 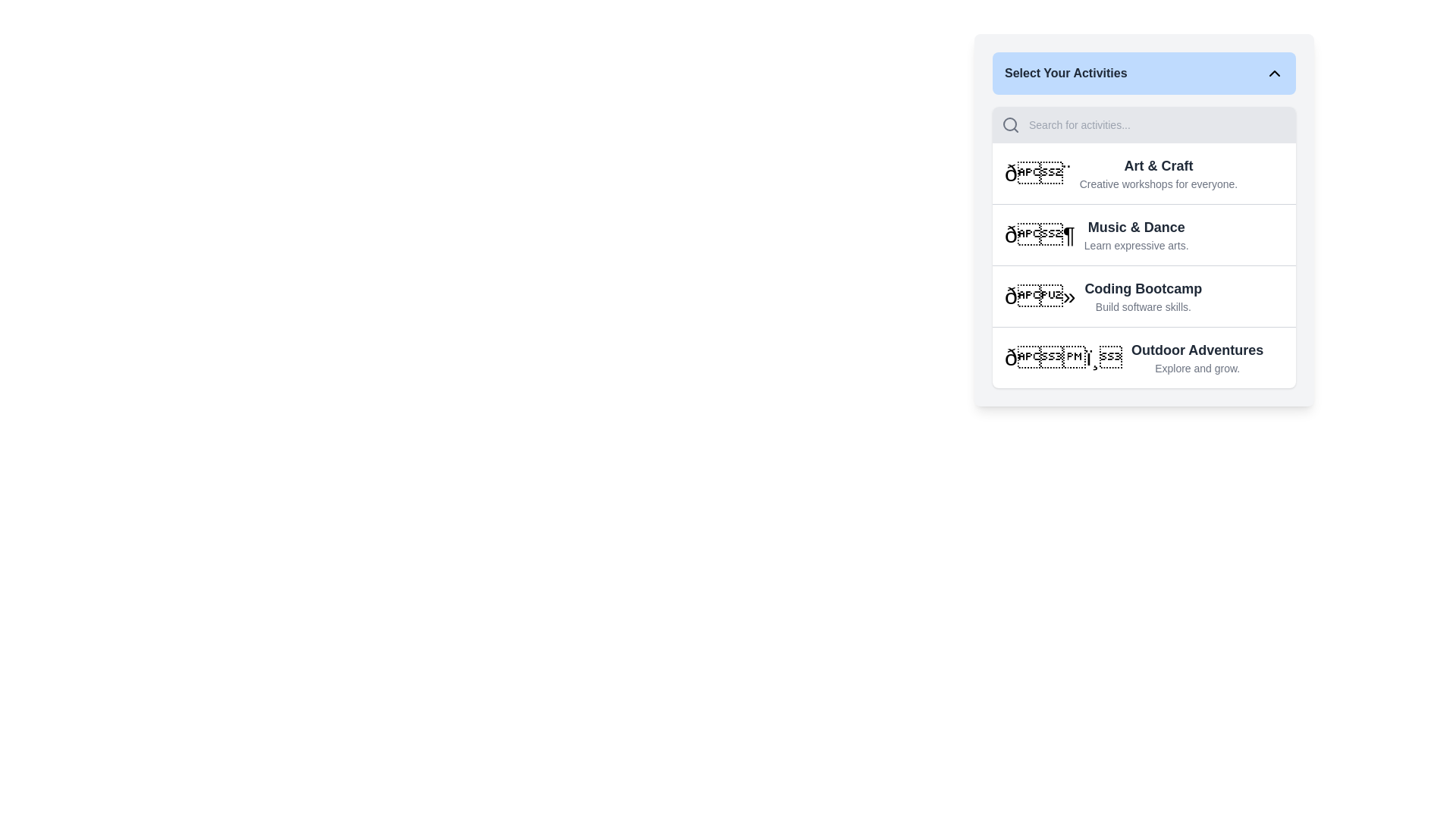 I want to click on the chevron-down icon located inside the light blue rectangular area labeled 'Select Your Activities' to trigger its associated action, so click(x=1274, y=73).